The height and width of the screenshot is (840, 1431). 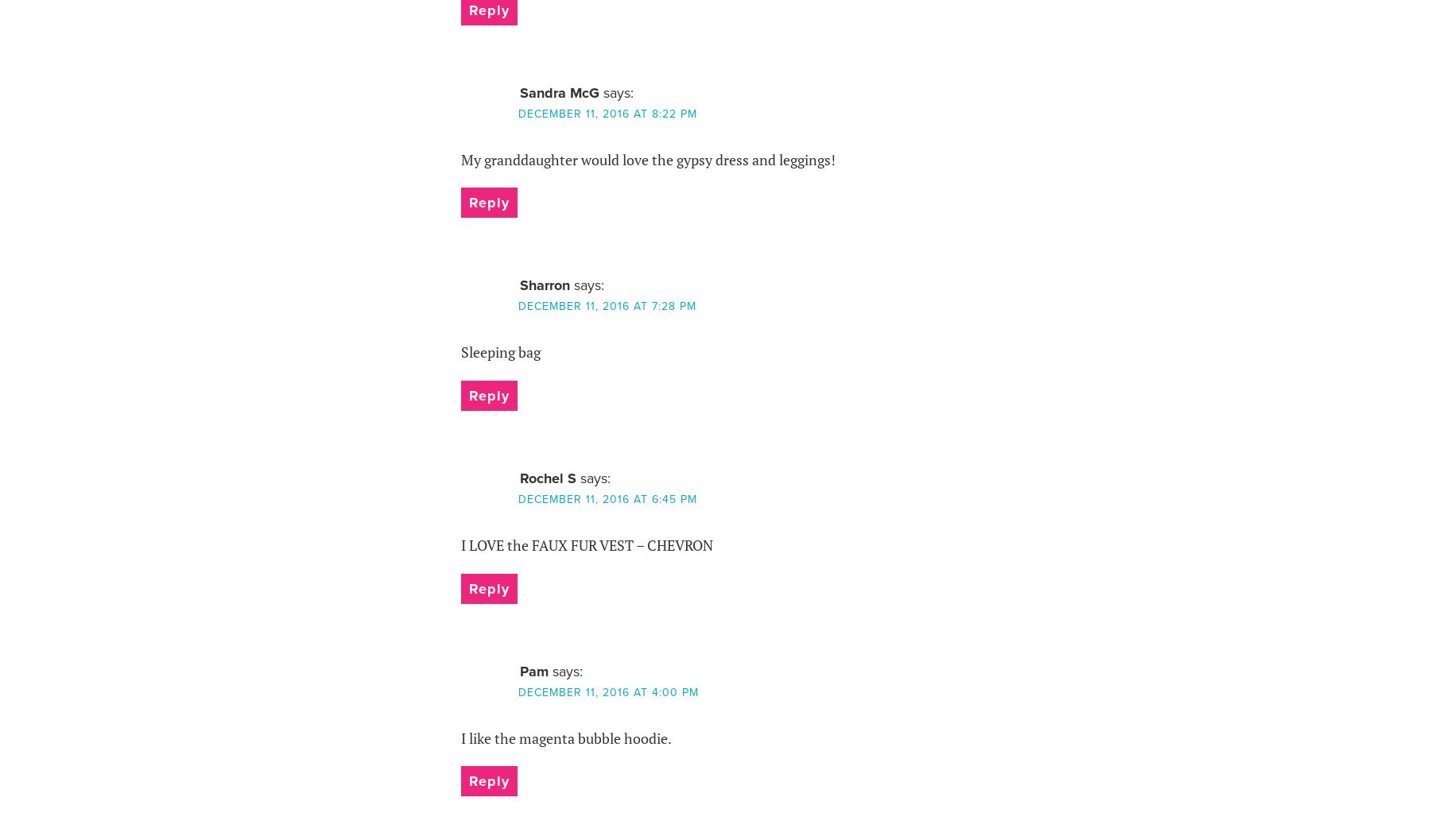 I want to click on 'Pam', so click(x=519, y=670).